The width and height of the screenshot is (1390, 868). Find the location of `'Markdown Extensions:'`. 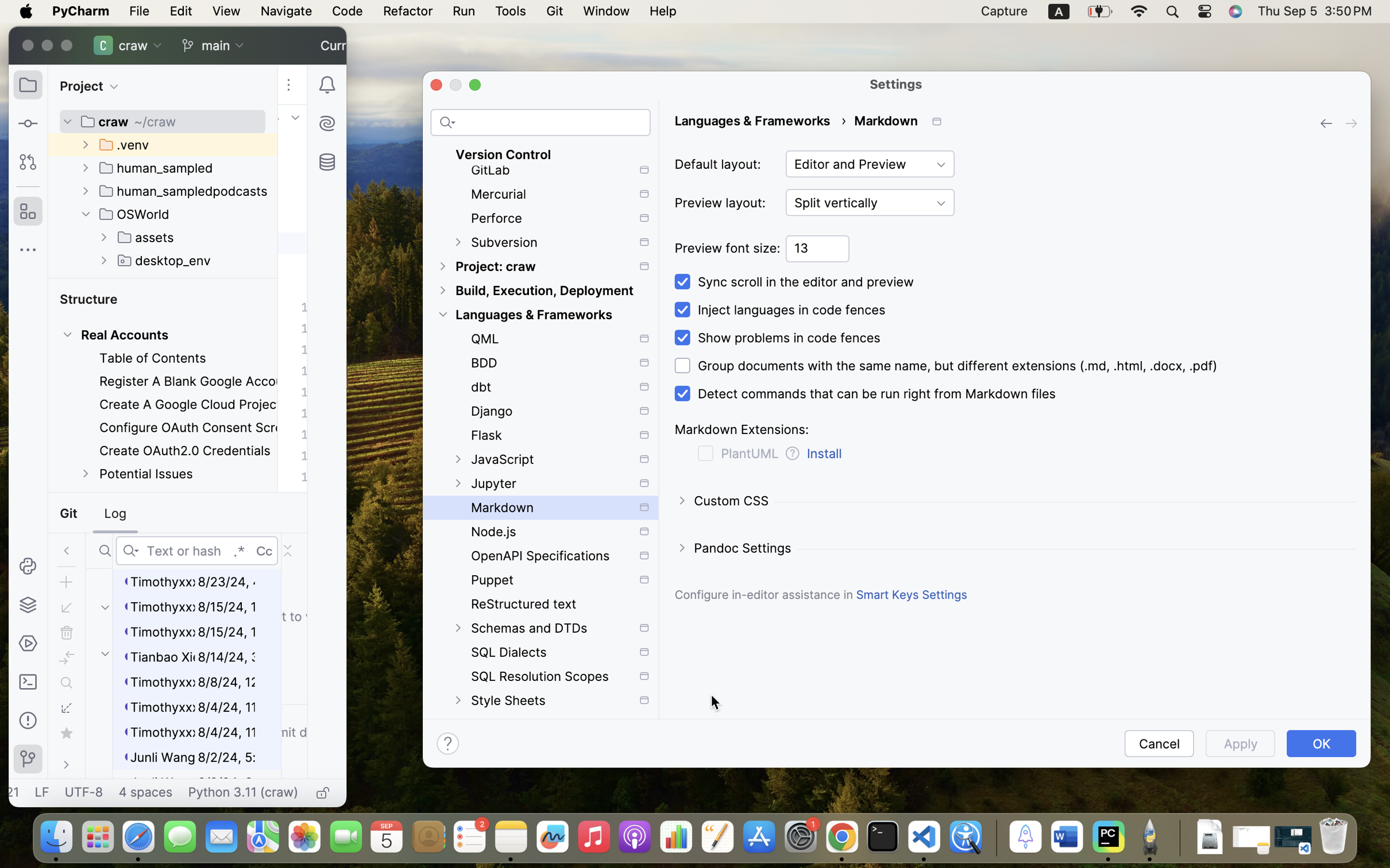

'Markdown Extensions:' is located at coordinates (742, 429).